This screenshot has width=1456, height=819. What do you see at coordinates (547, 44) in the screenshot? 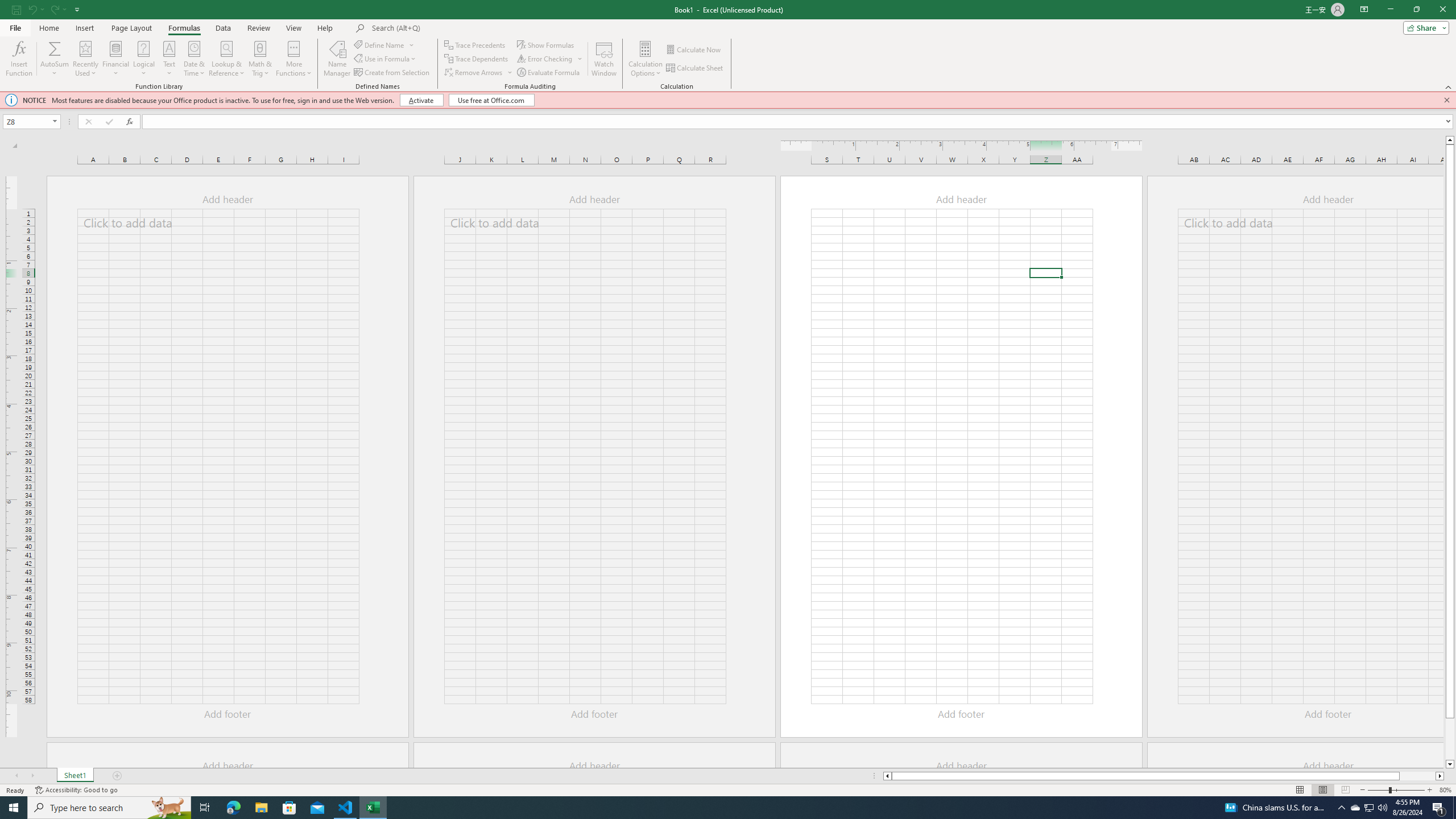
I see `'Show Formulas'` at bounding box center [547, 44].